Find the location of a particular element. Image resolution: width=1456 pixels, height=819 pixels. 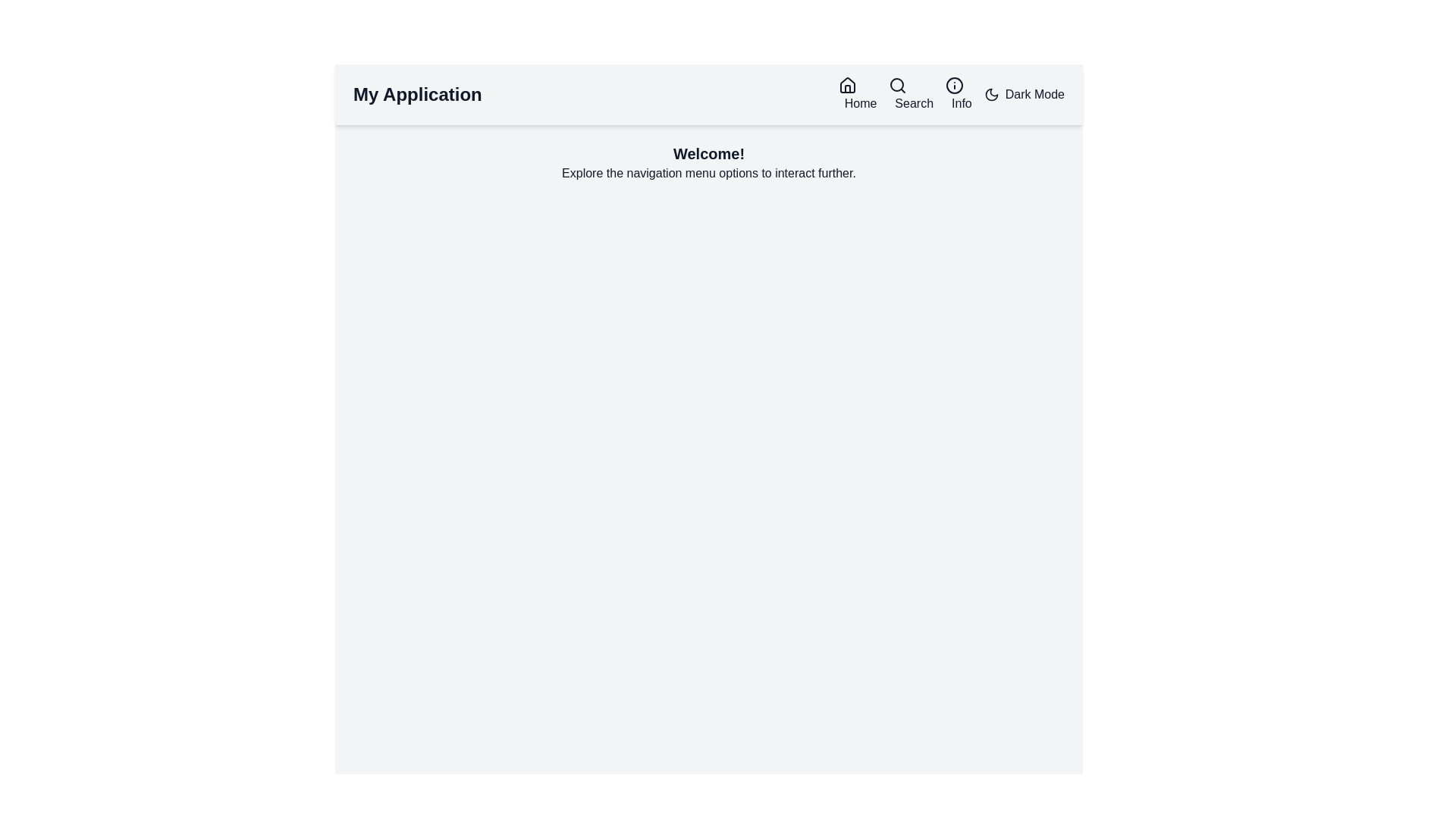

the 'Search' button, which features a magnifying glass icon followed by the label 'Search', located as the second item in the horizontal menu bar is located at coordinates (910, 94).